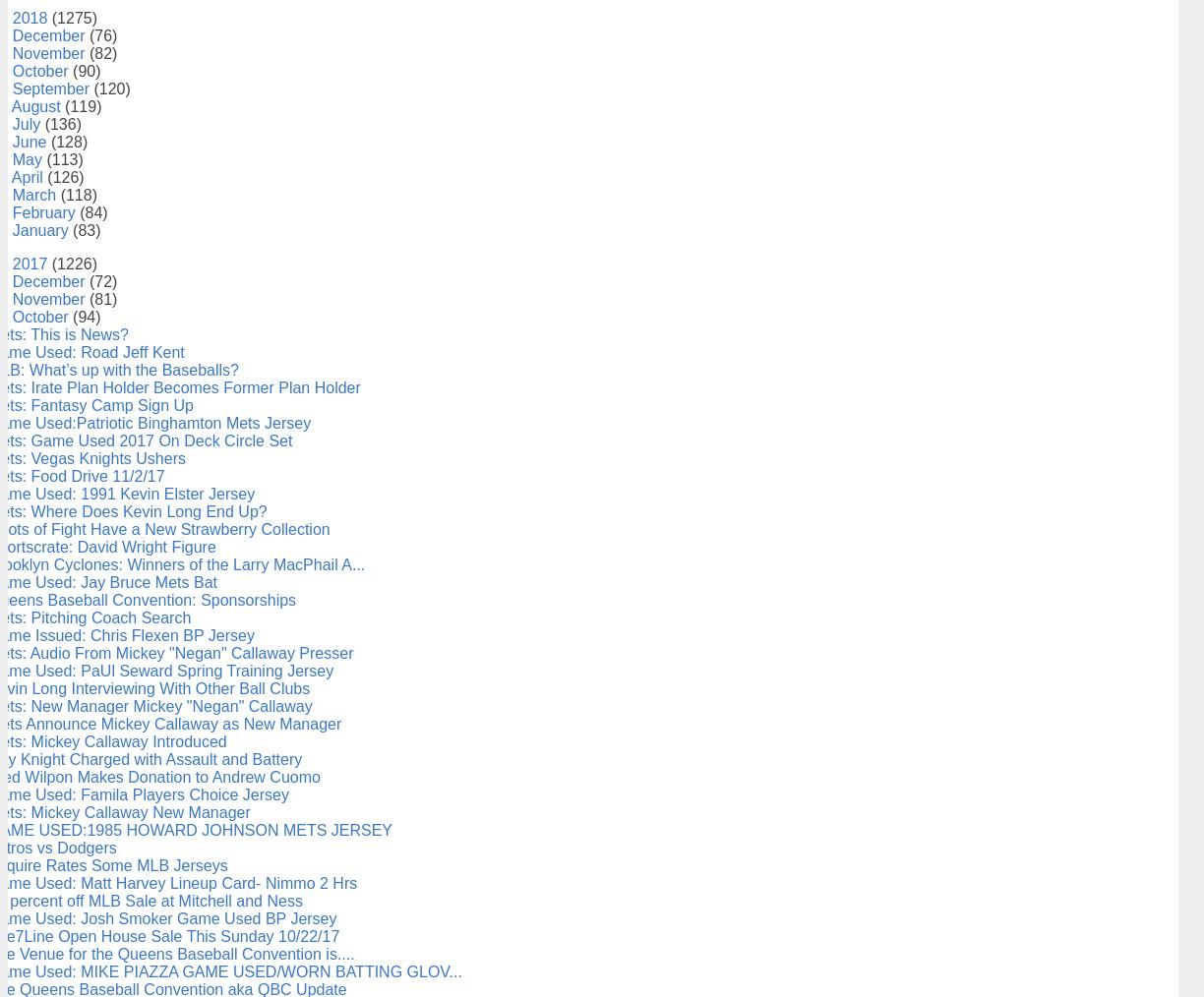 The width and height of the screenshot is (1204, 997). I want to click on '(113)', so click(46, 158).